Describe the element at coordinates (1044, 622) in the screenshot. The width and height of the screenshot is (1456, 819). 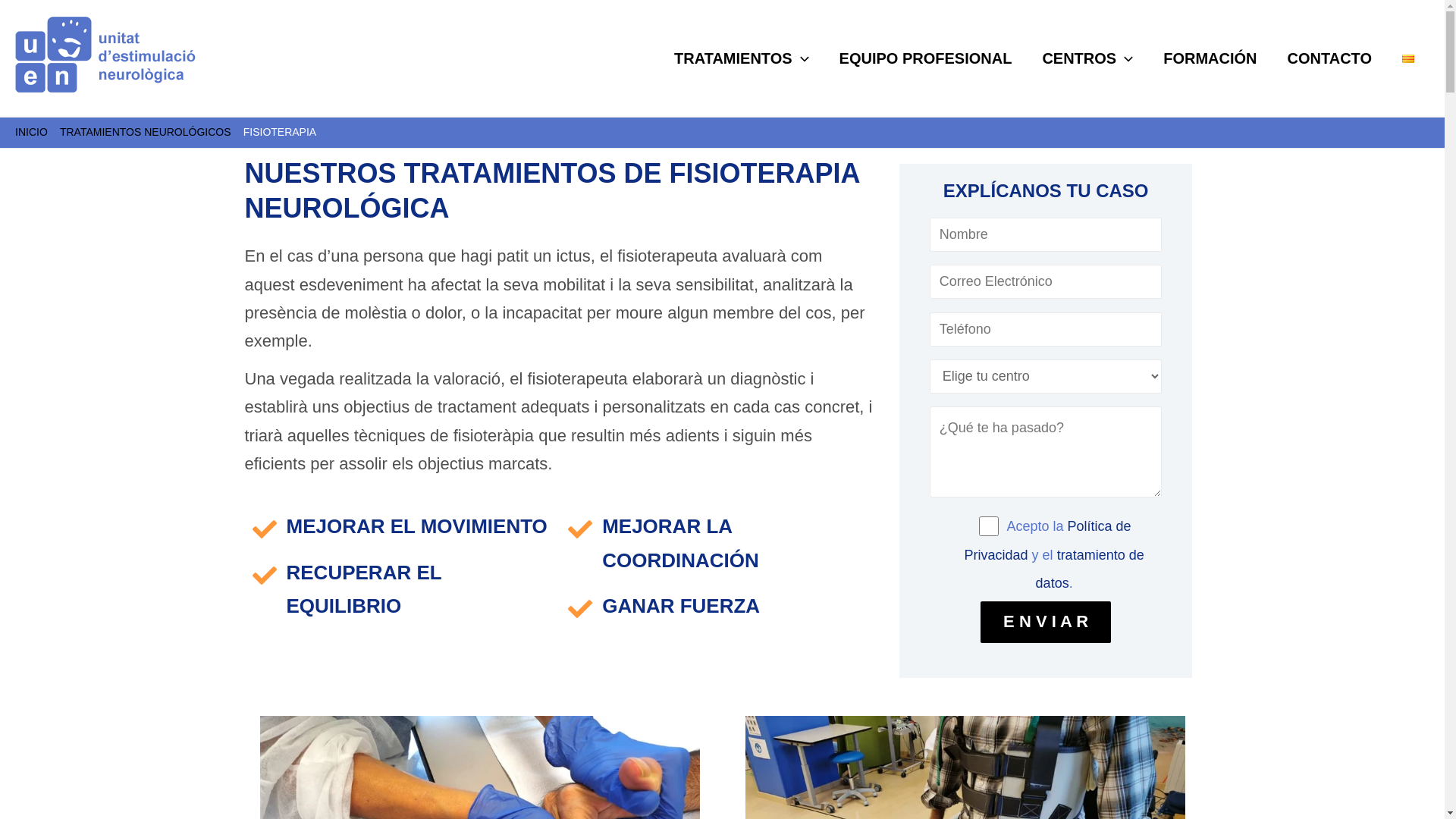
I see `'E N V I A R'` at that location.